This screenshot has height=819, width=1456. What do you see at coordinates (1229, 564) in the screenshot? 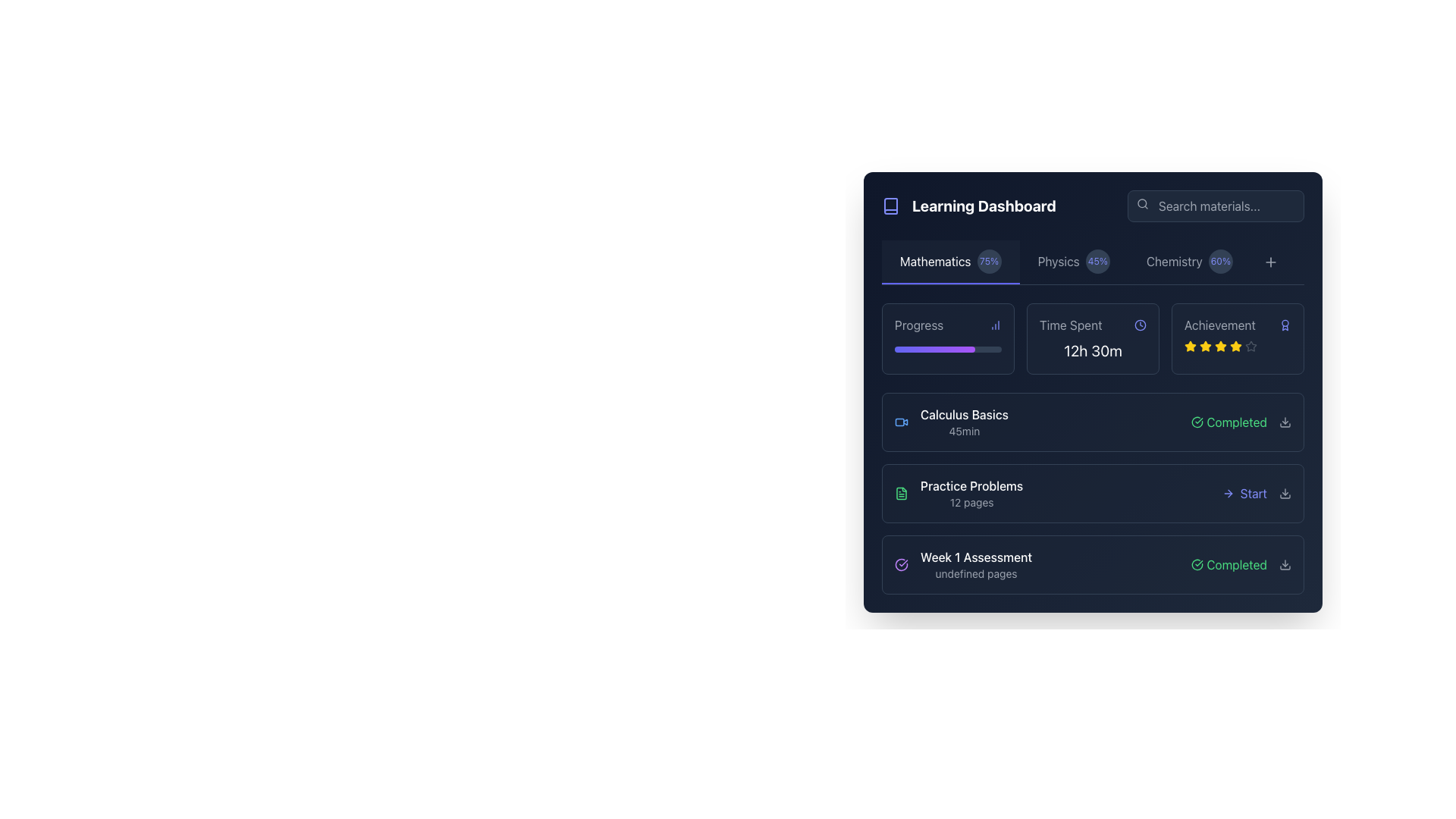
I see `the Status indicator element that indicates successful completion of a task or activity, located slightly to the right center of the item's title` at bounding box center [1229, 564].